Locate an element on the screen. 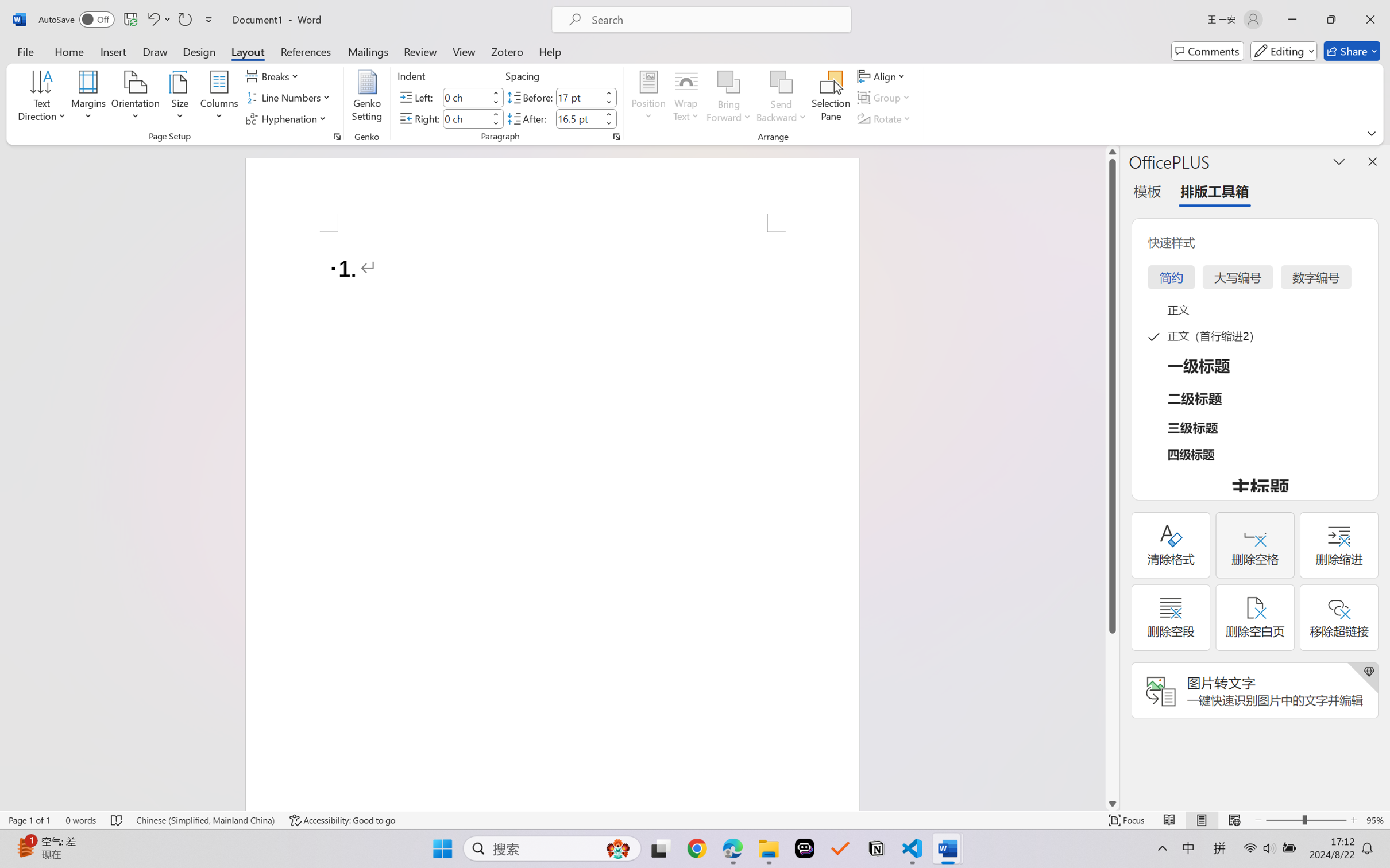 Image resolution: width=1390 pixels, height=868 pixels. 'Bring Forward' is located at coordinates (729, 98).